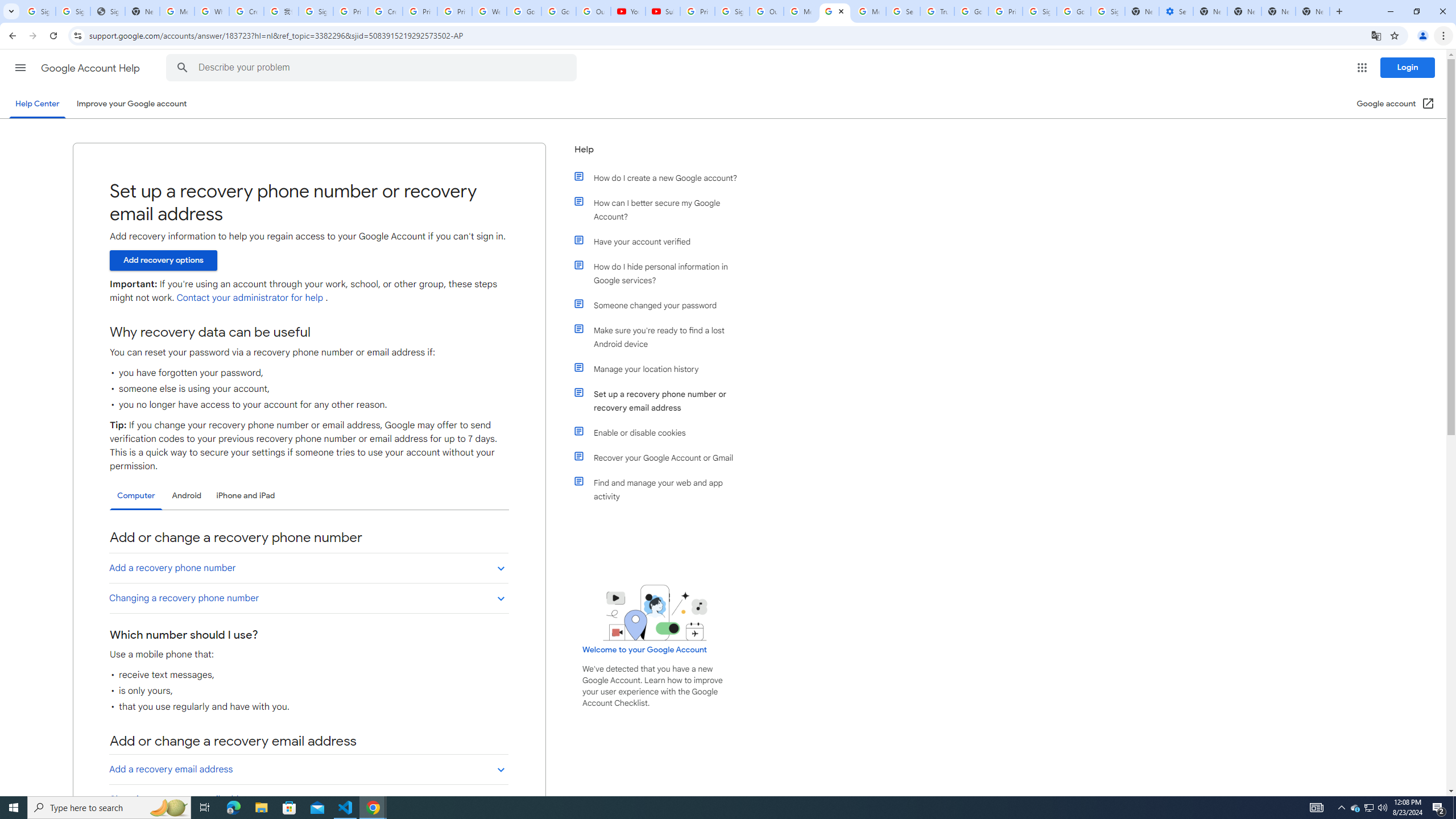 This screenshot has width=1456, height=819. Describe the element at coordinates (937, 11) in the screenshot. I see `'Trusted Information and Content - Google Safety Center'` at that location.